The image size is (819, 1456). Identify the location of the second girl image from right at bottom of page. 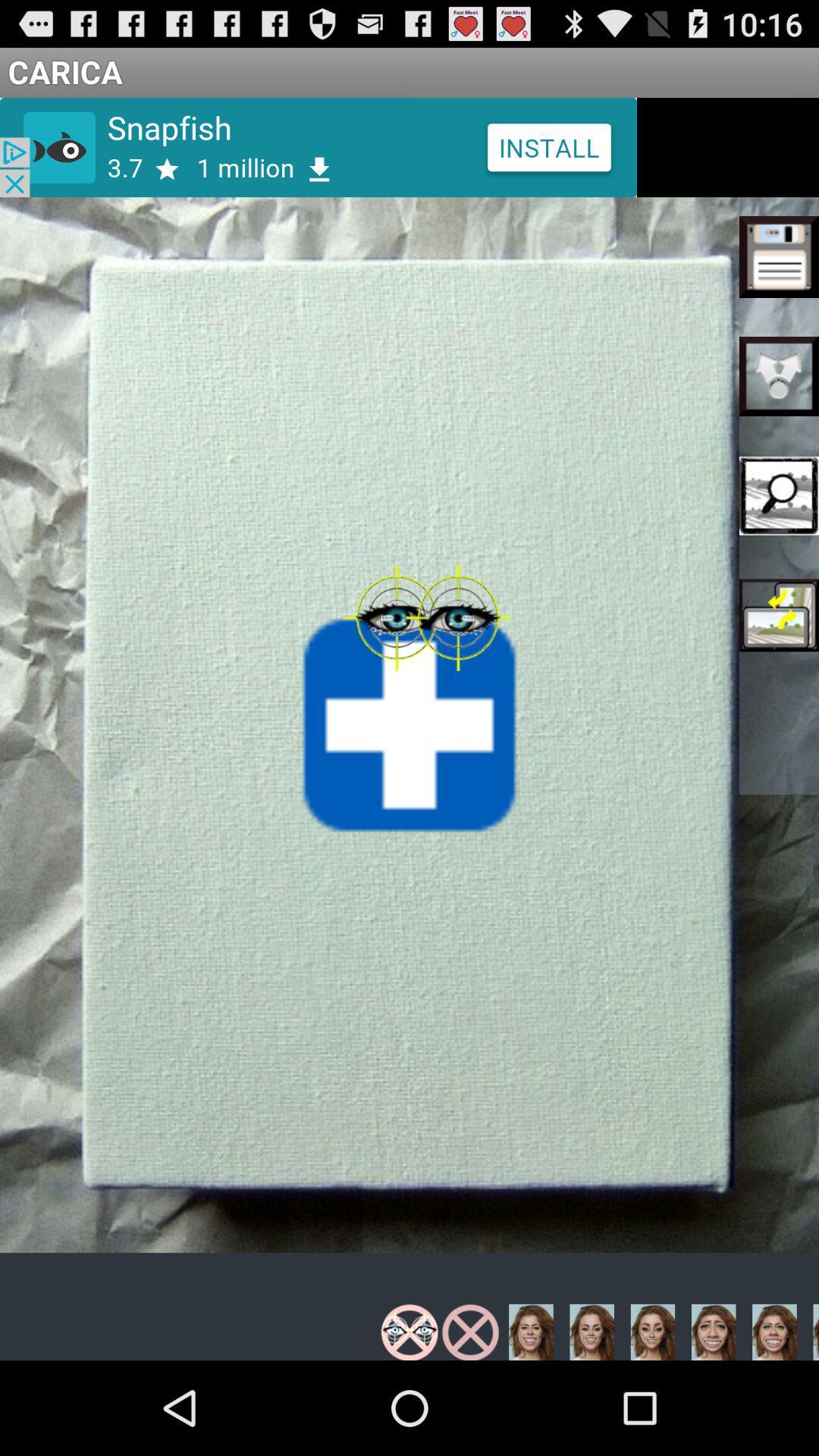
(591, 1331).